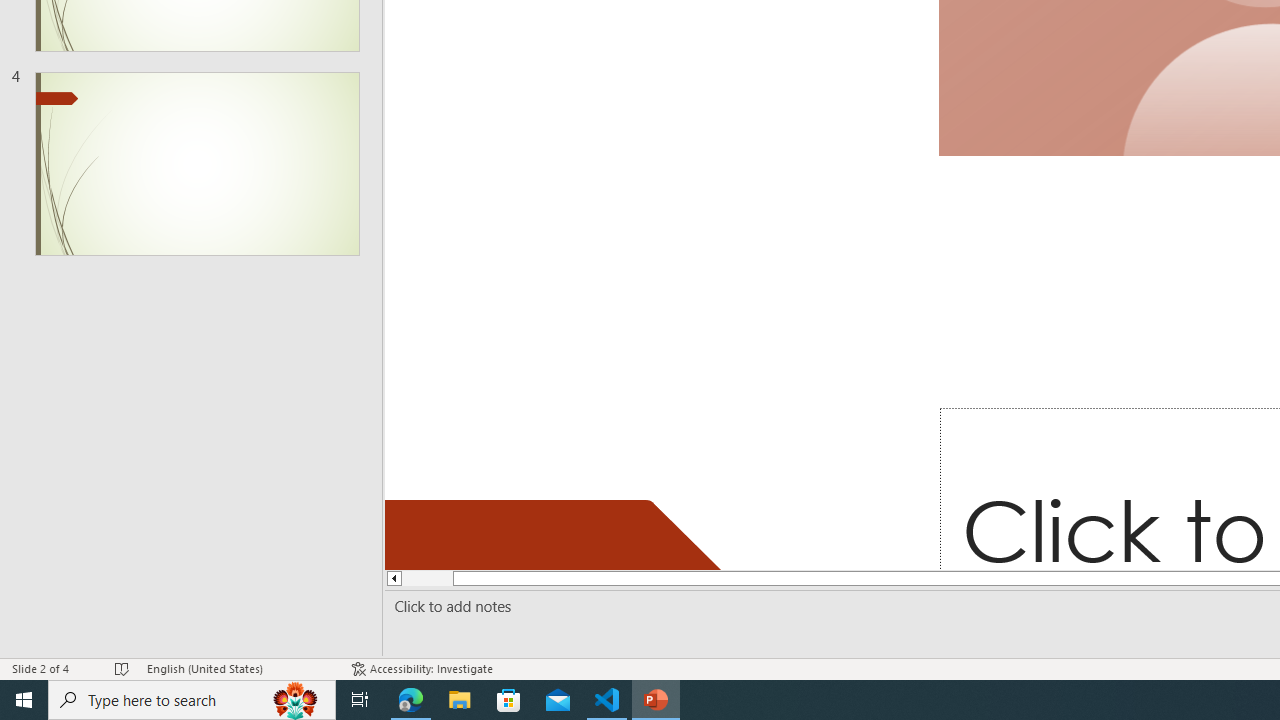  What do you see at coordinates (561, 533) in the screenshot?
I see `'Decorative Locked'` at bounding box center [561, 533].